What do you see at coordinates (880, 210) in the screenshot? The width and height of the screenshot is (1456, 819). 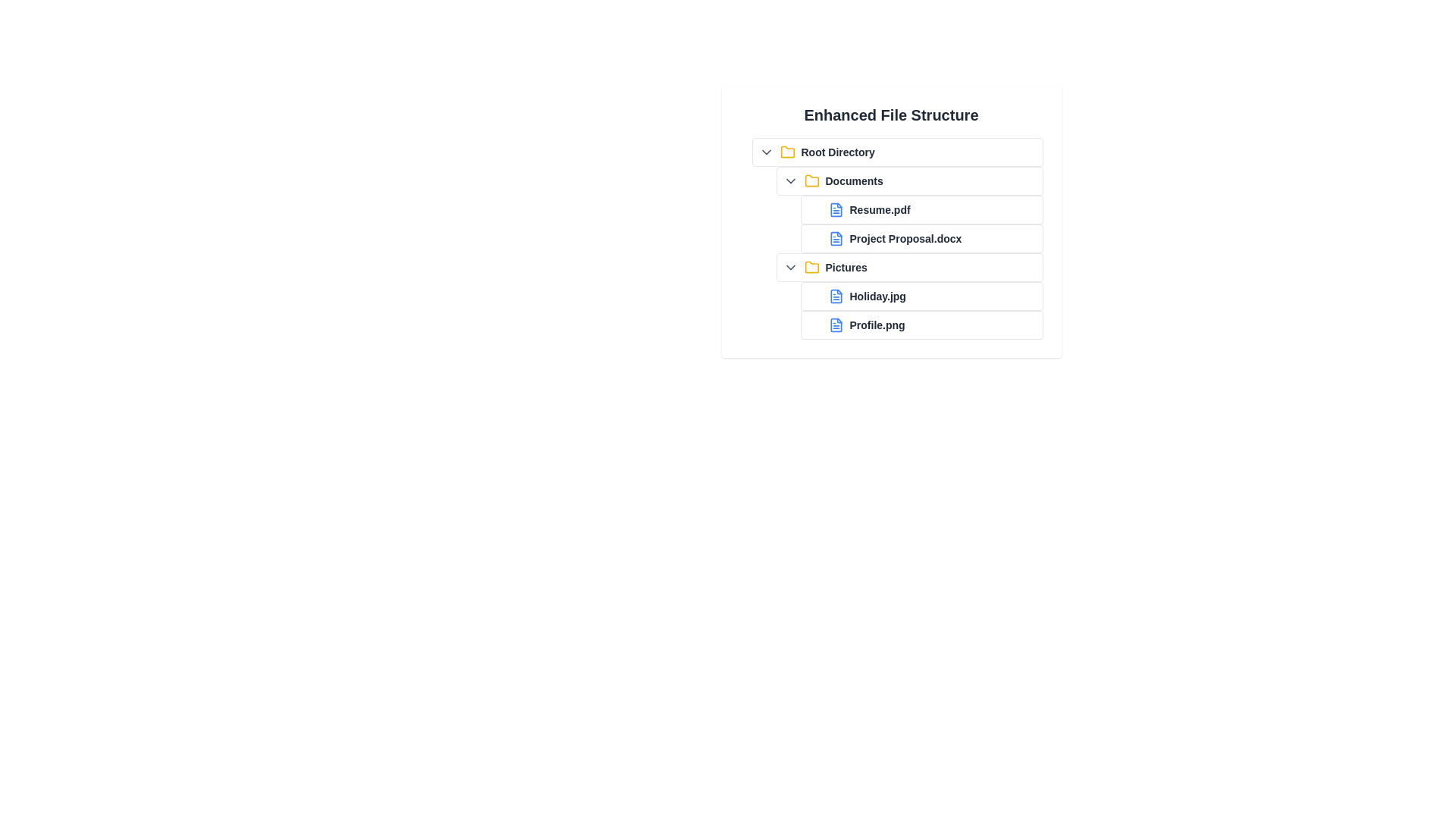 I see `to select the file labeled 'Resume.pdf' displayed in bold black font under the 'Documents' folder` at bounding box center [880, 210].